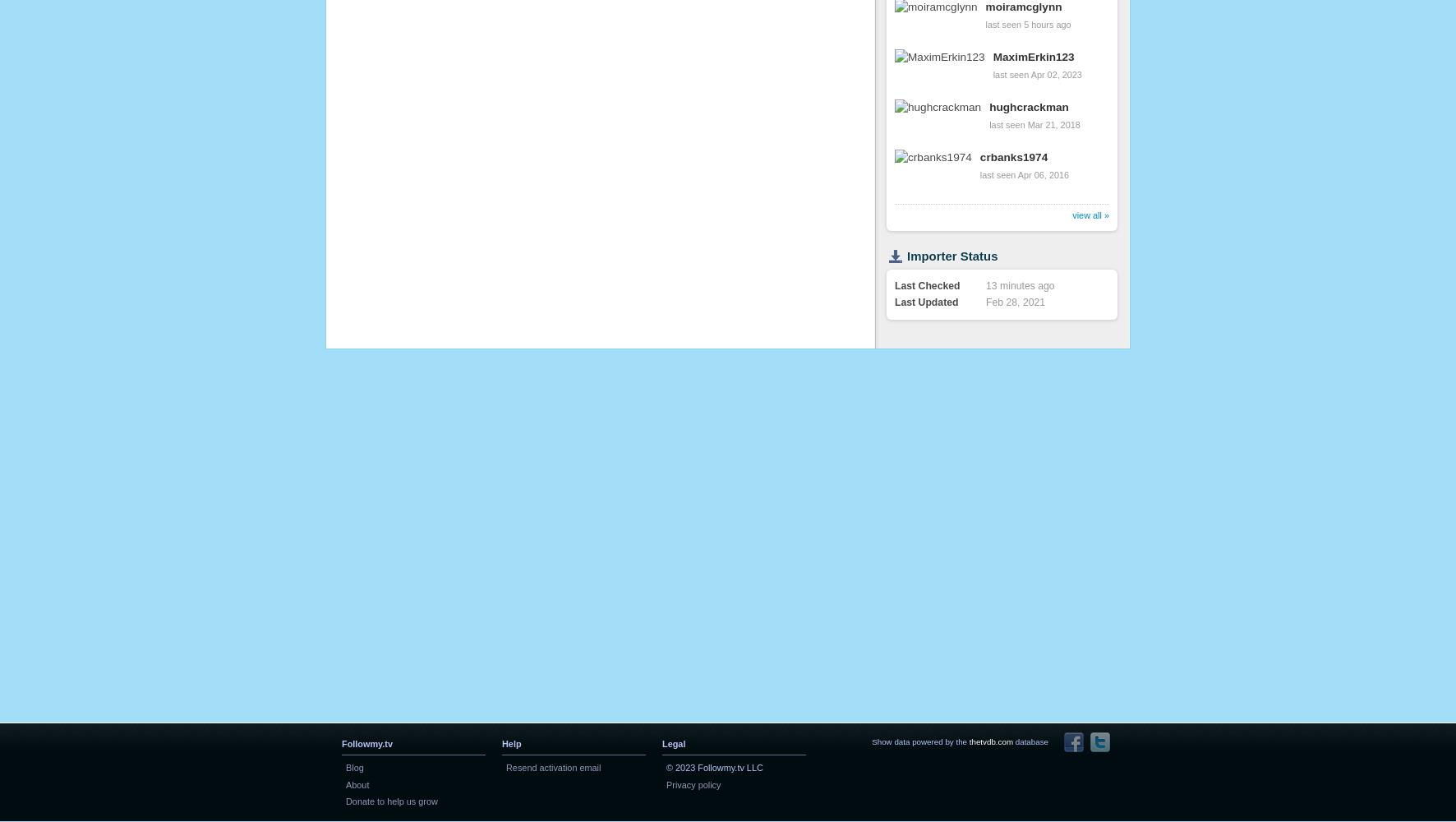  I want to click on 'last seen Apr 06, 2016', so click(1024, 173).